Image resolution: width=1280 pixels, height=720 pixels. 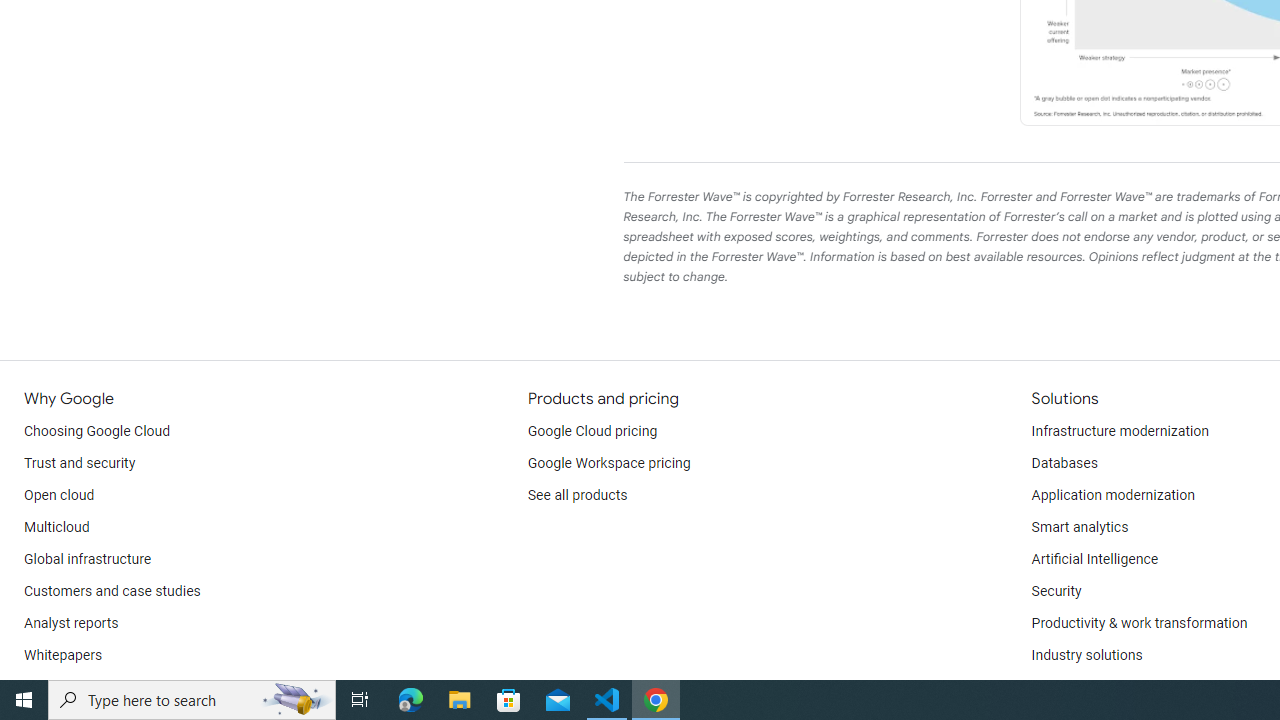 I want to click on 'Google Workspace pricing', so click(x=608, y=464).